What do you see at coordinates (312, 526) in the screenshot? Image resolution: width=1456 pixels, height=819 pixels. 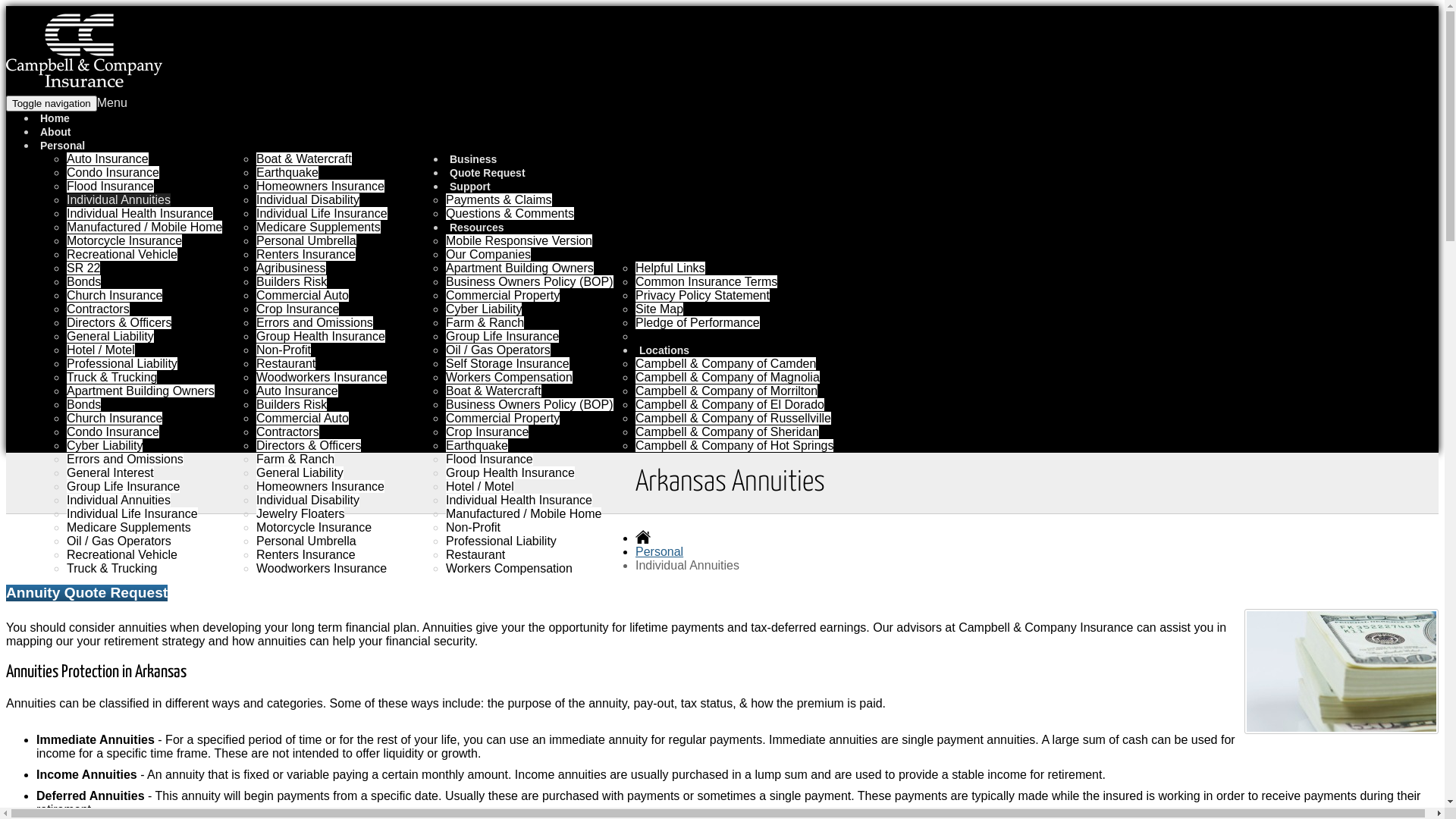 I see `'Motorcycle Insurance'` at bounding box center [312, 526].